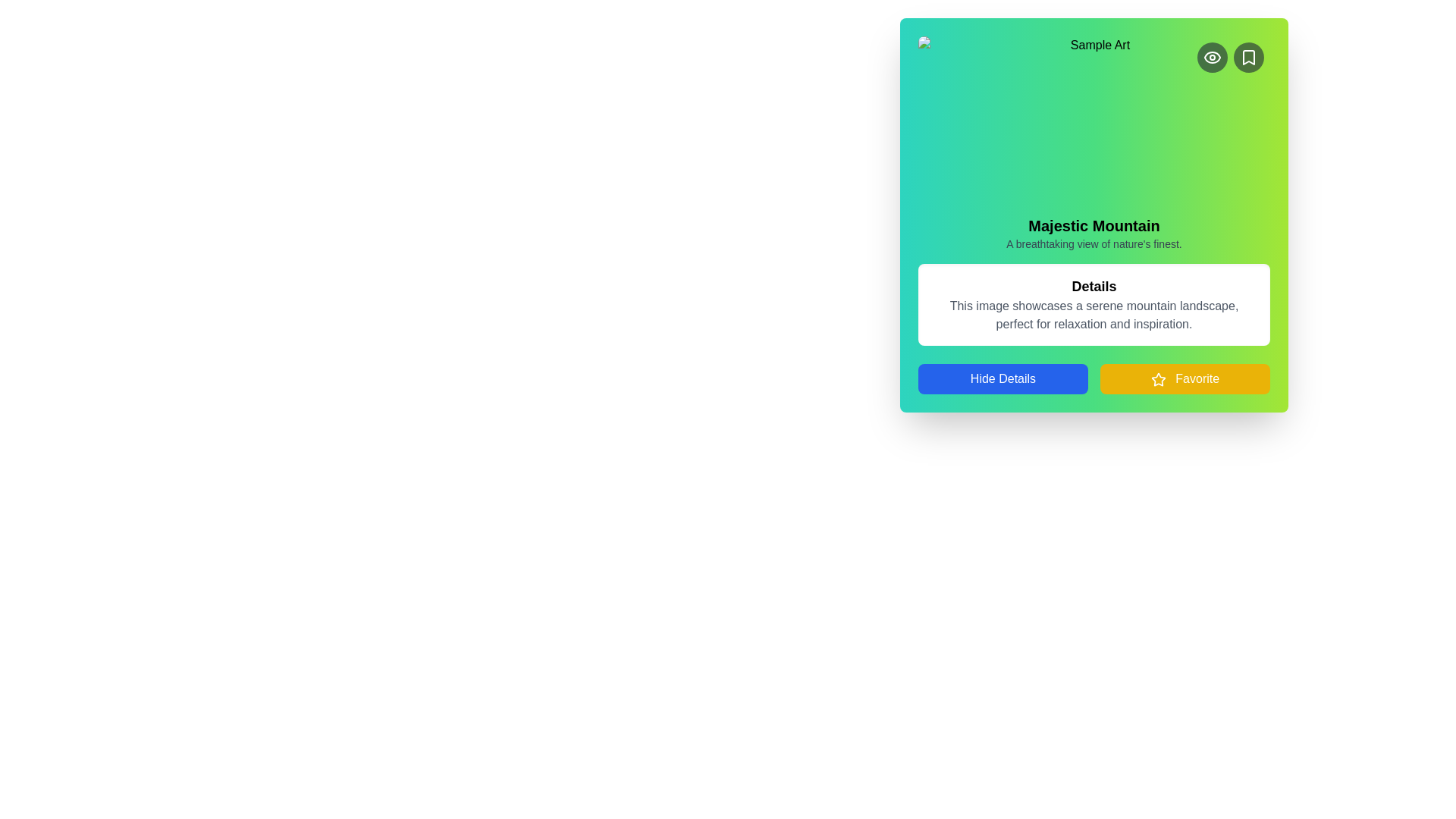  I want to click on the favorite button located to the right of the 'Hide Details' button at the bottom of the card, so click(1185, 378).